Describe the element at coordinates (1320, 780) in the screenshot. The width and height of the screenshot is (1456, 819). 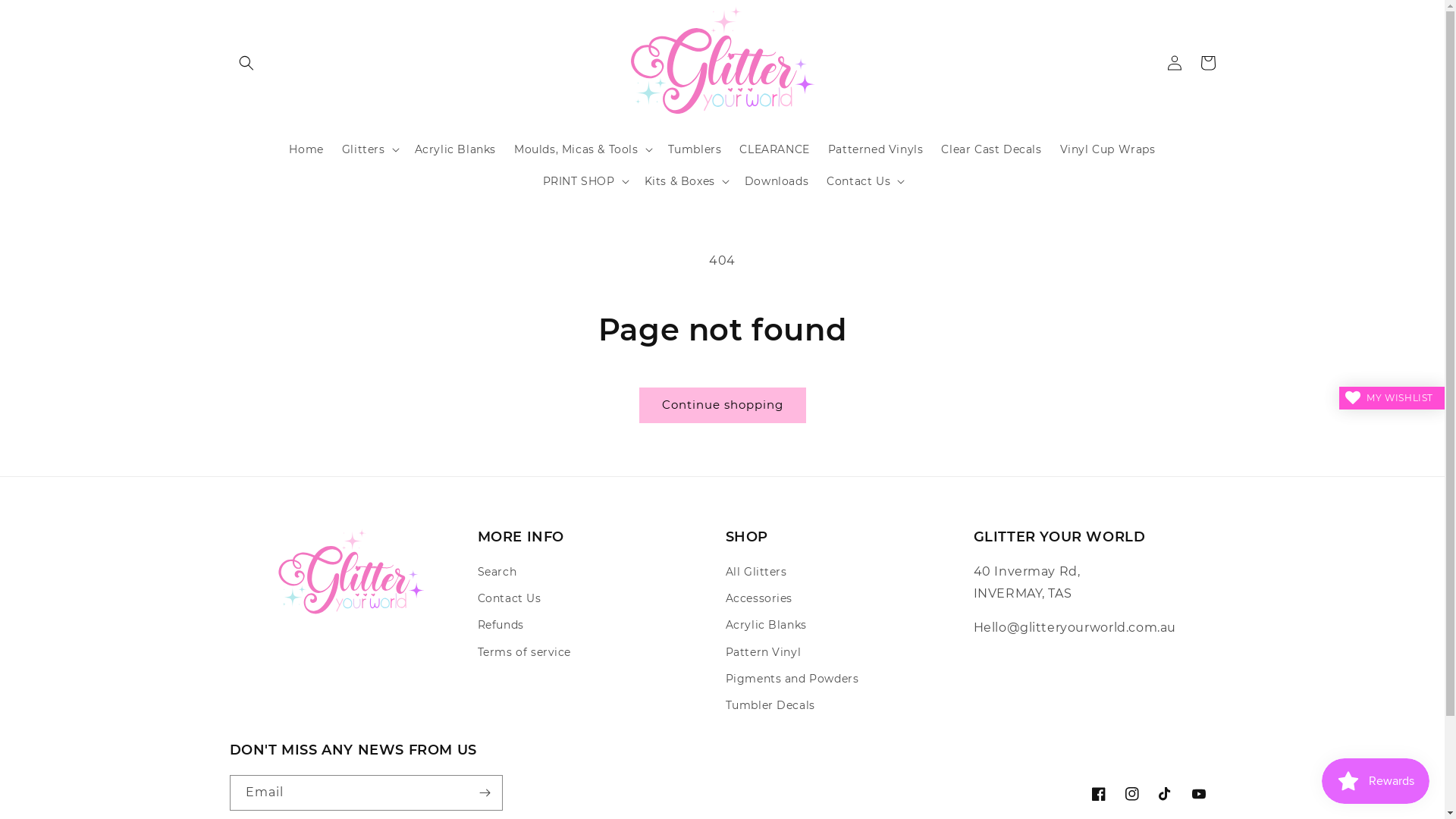
I see `'Smile.io Rewards Program Launcher'` at that location.